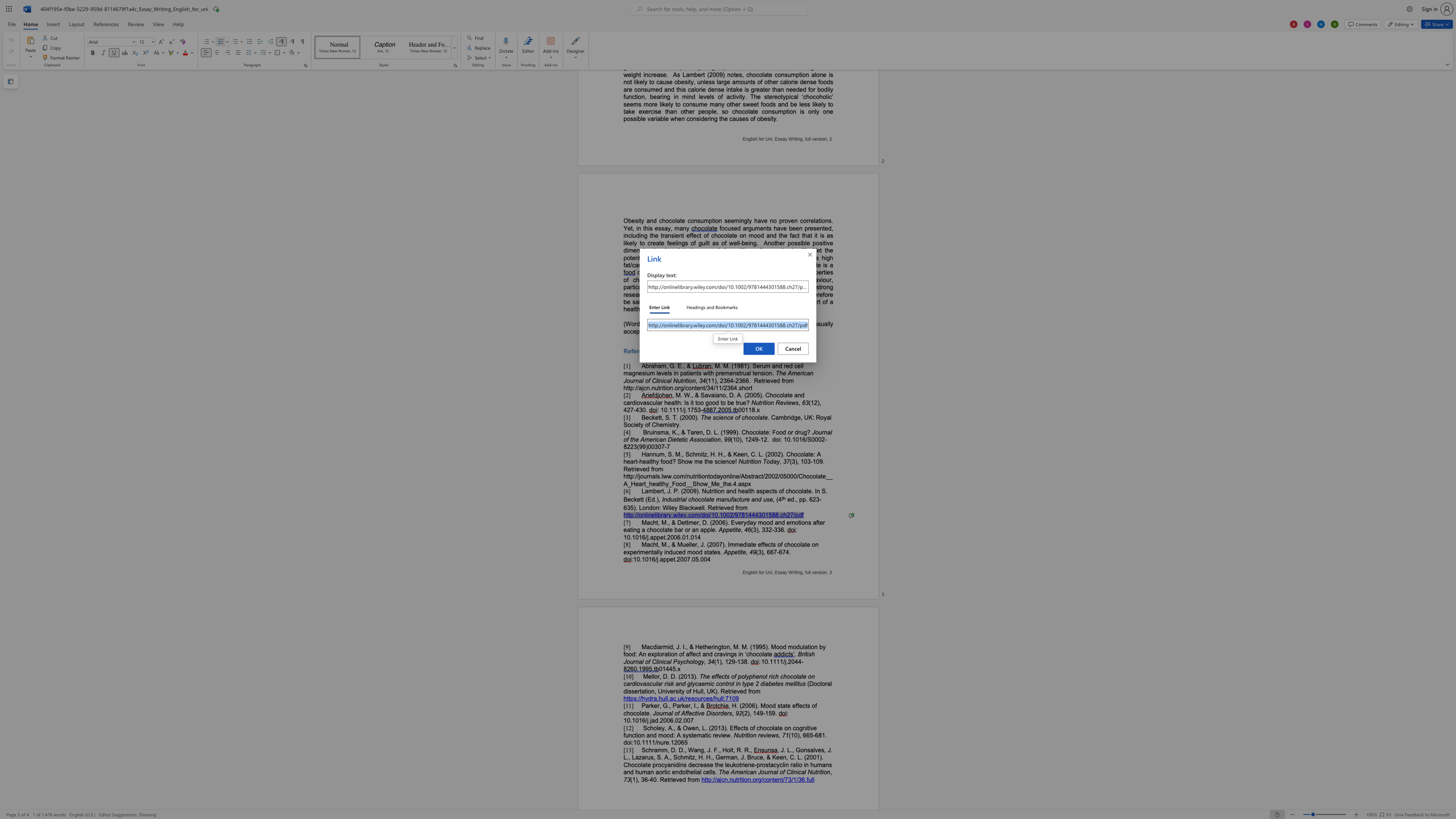 Image resolution: width=1456 pixels, height=819 pixels. Describe the element at coordinates (775, 572) in the screenshot. I see `the 2th character "E" in the text` at that location.